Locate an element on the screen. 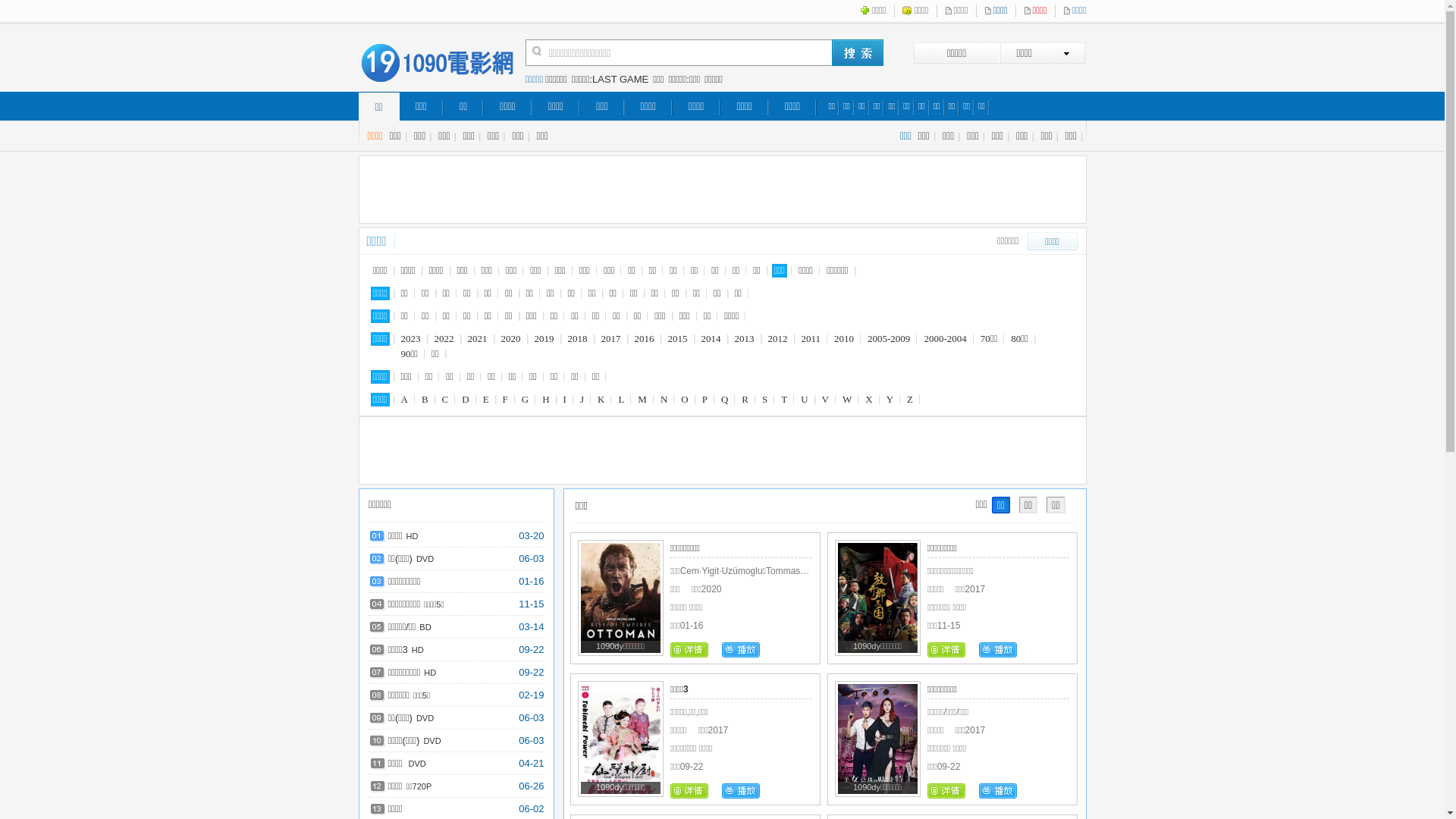 Image resolution: width=1456 pixels, height=819 pixels. '2005-2009' is located at coordinates (865, 338).